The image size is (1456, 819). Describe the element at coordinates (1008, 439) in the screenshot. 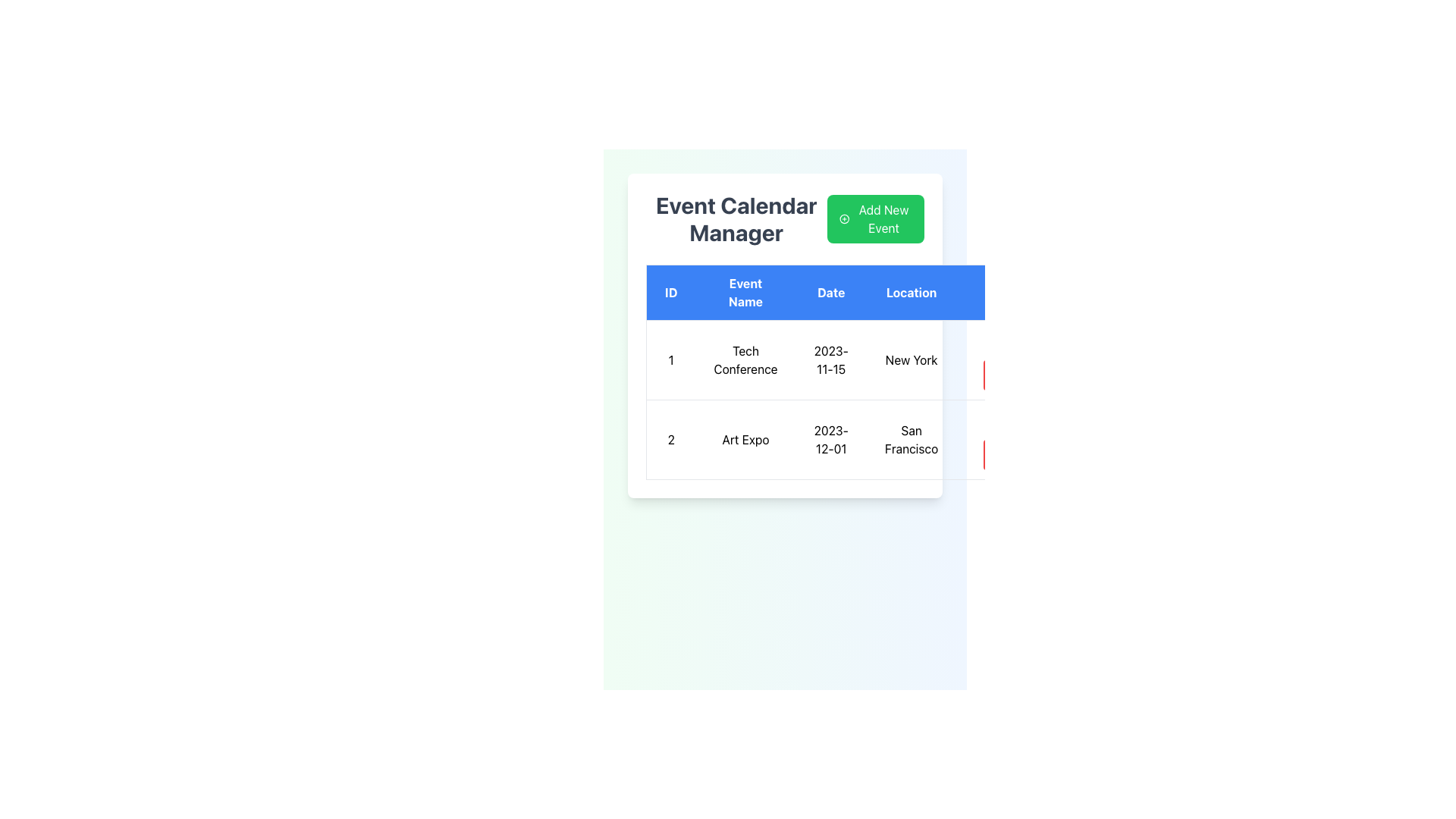

I see `the 'Delete' button in the Button Group located in the fifth column of the second row of the table, adjacent to the 'San Francisco' cell` at that location.